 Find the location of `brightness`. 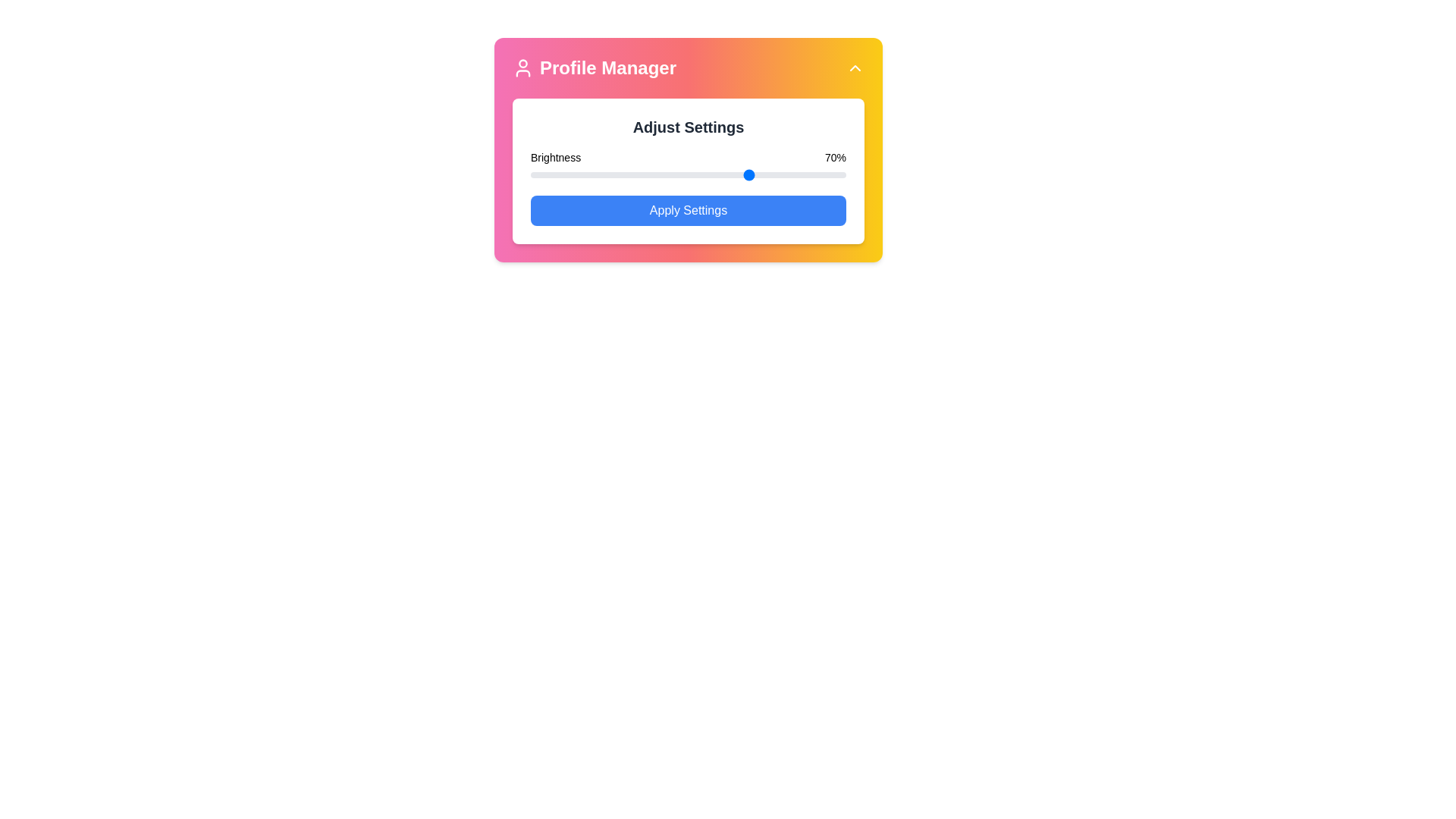

brightness is located at coordinates (777, 174).